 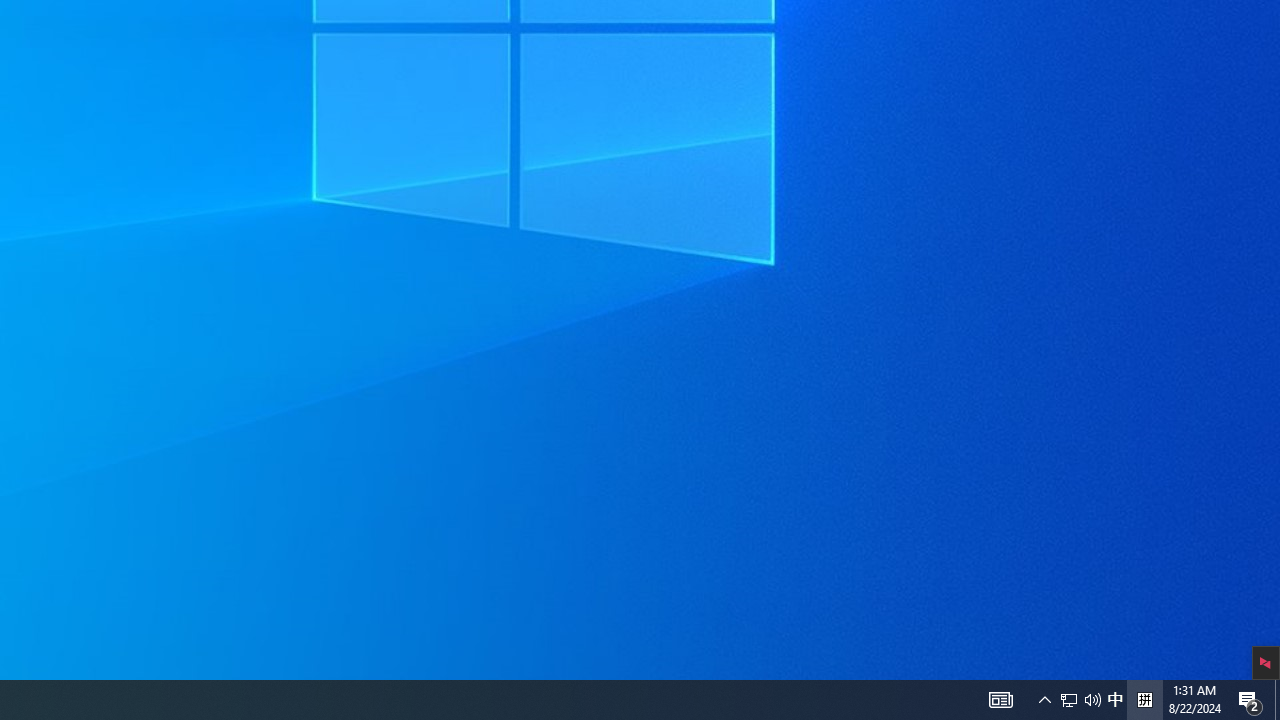 I want to click on 'User Promoted Notification Area', so click(x=1079, y=698).